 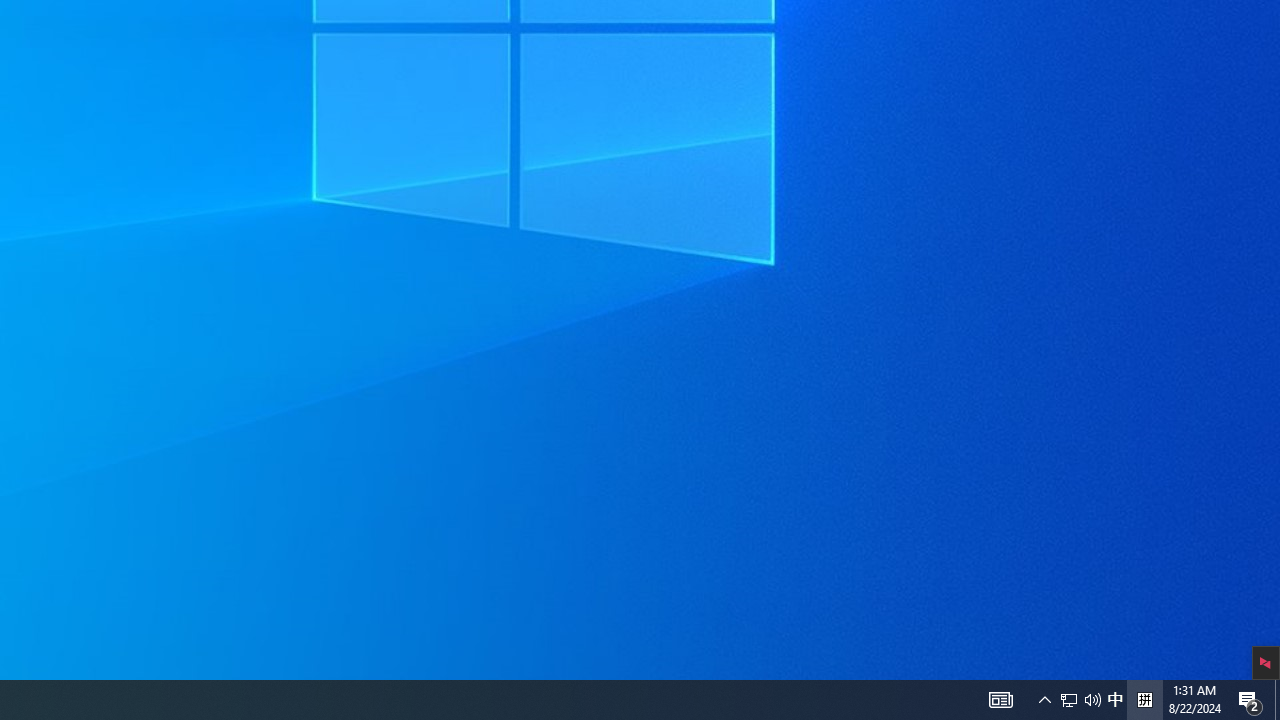 I want to click on 'User Promoted Notification Area', so click(x=1079, y=698).